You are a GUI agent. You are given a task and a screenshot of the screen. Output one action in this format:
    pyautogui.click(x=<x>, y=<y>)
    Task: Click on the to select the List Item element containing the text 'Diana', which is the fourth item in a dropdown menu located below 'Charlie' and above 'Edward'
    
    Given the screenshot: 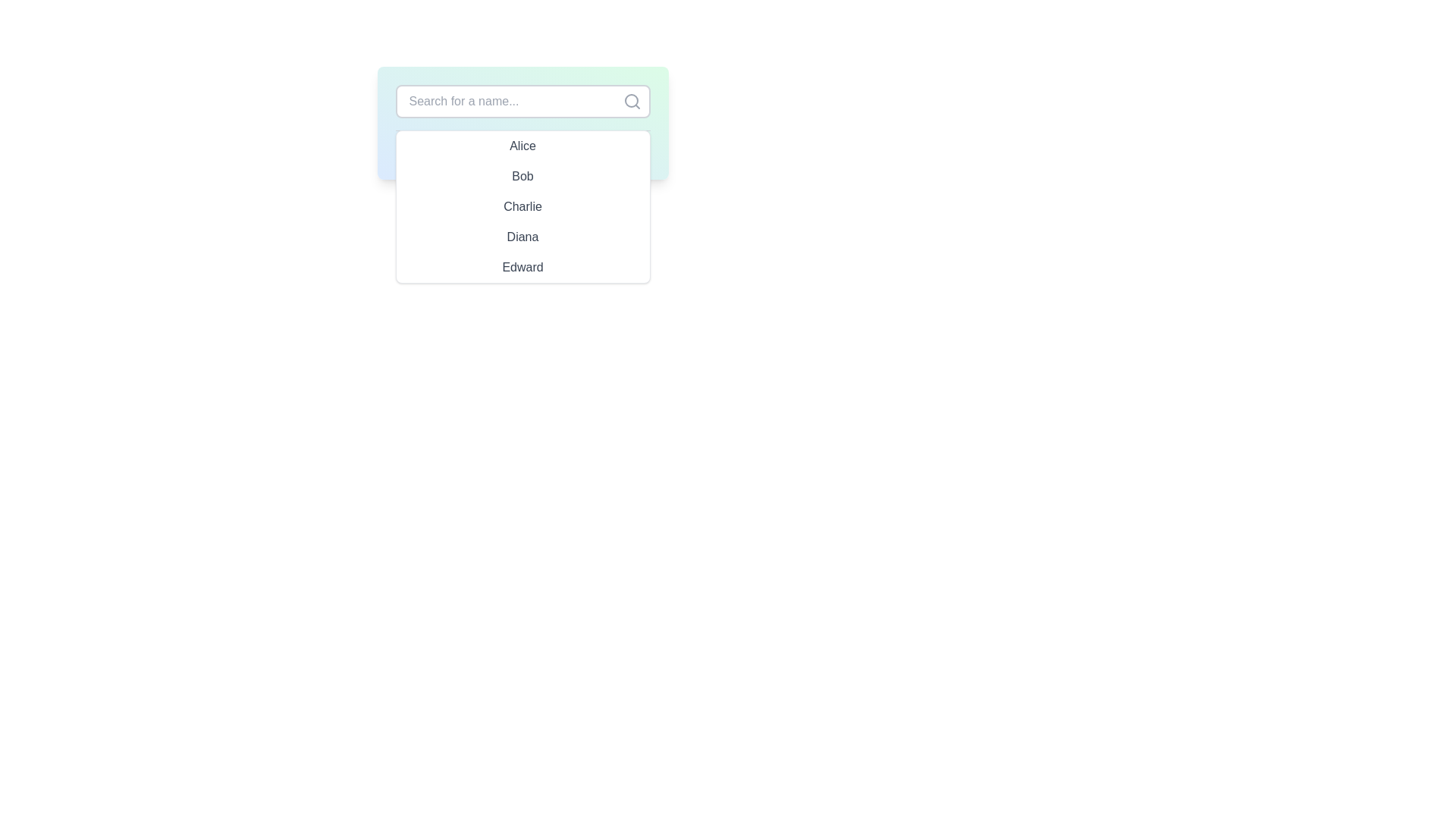 What is the action you would take?
    pyautogui.click(x=522, y=237)
    